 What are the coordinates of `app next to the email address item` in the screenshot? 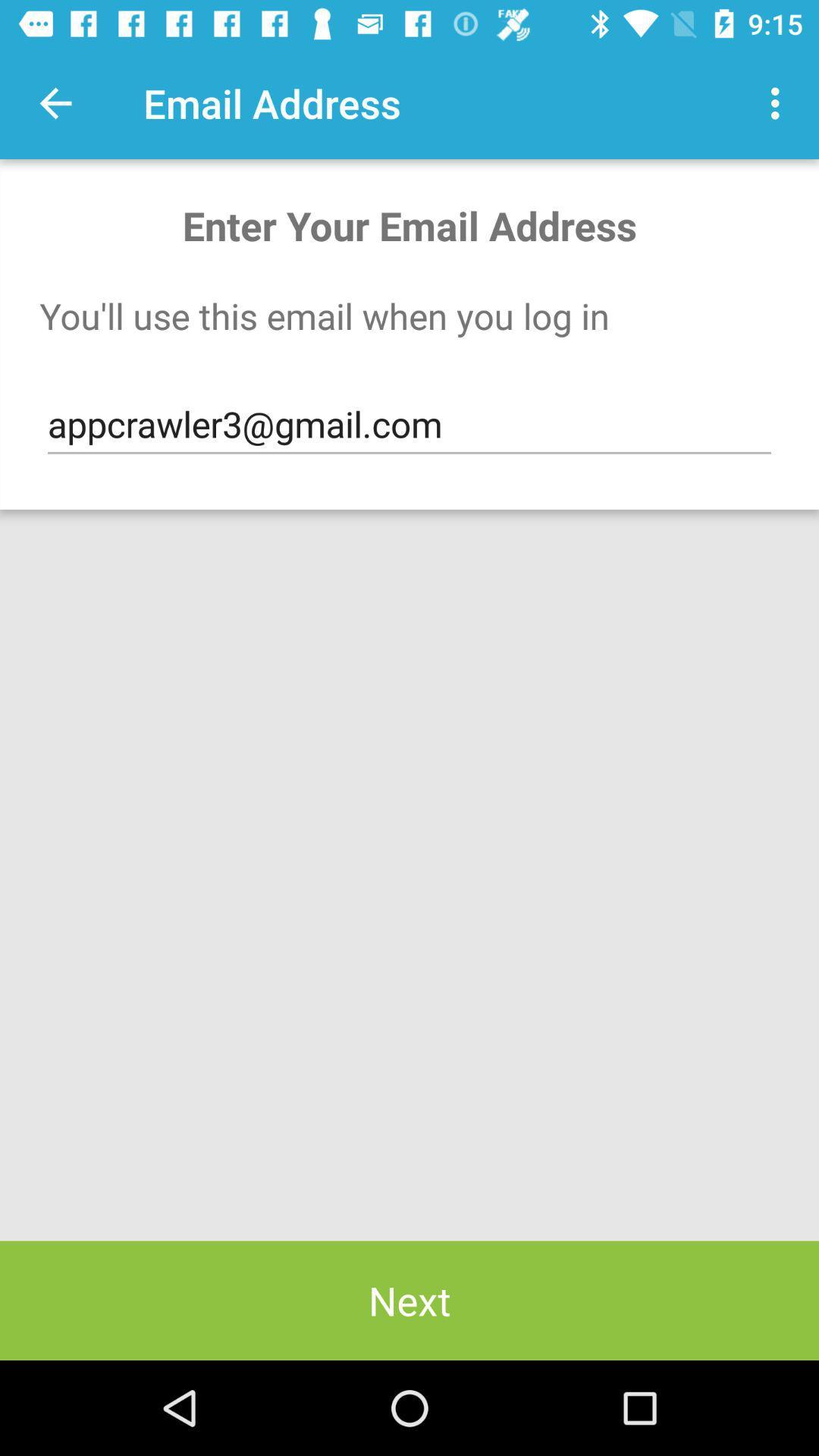 It's located at (55, 102).